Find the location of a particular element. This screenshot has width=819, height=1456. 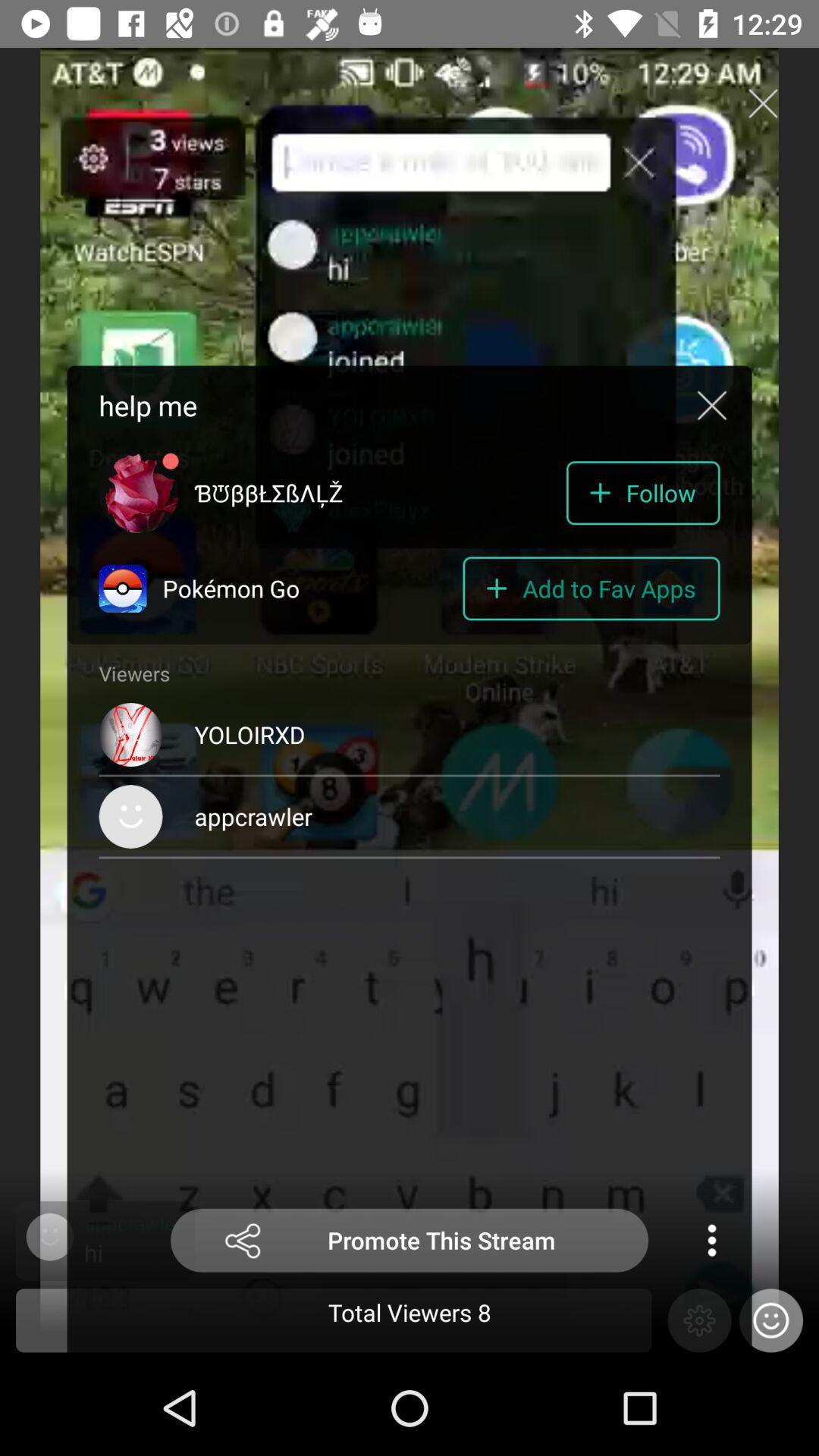

the close icon is located at coordinates (763, 102).